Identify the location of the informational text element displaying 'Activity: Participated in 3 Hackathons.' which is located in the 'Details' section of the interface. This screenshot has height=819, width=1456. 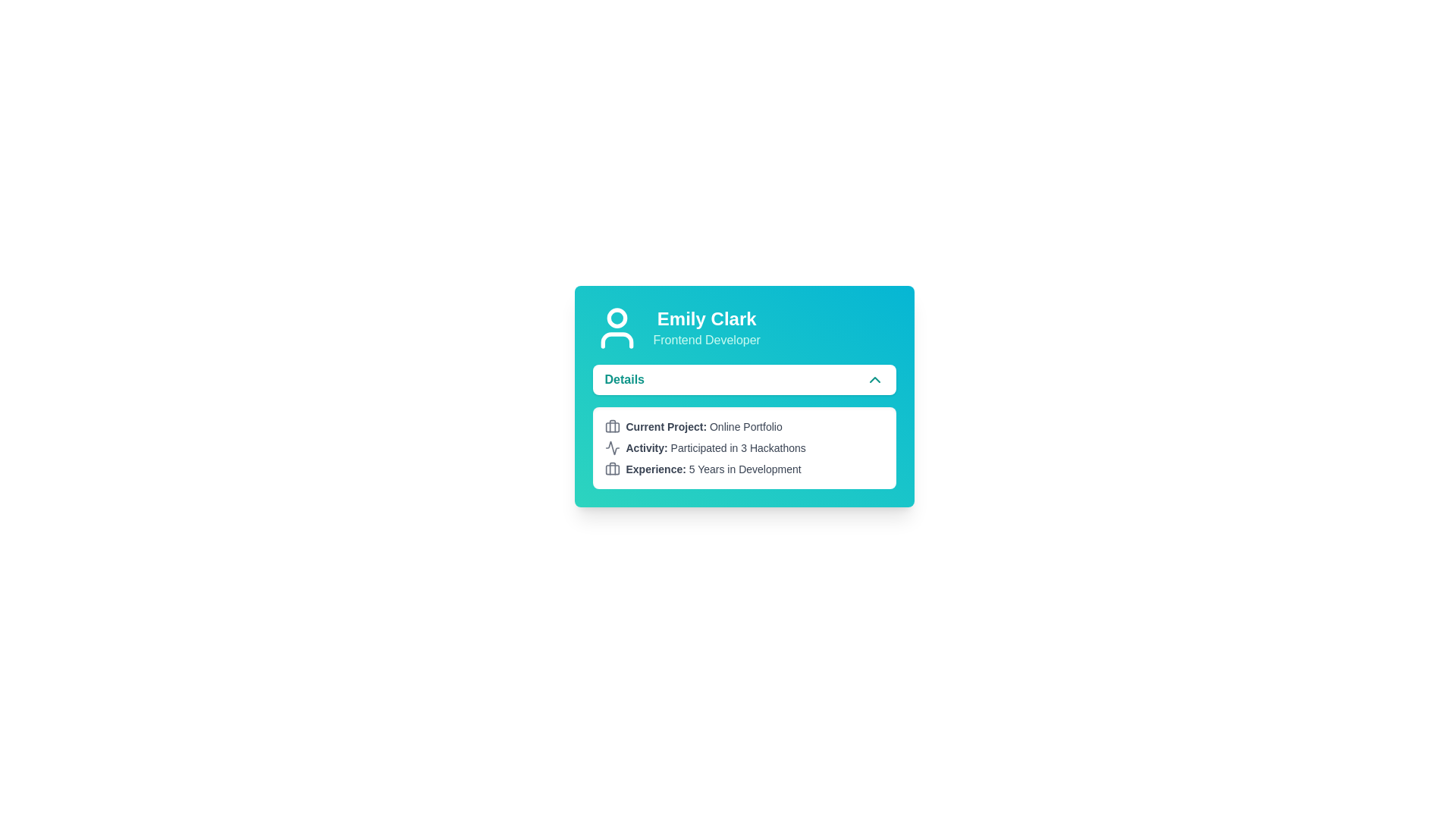
(744, 447).